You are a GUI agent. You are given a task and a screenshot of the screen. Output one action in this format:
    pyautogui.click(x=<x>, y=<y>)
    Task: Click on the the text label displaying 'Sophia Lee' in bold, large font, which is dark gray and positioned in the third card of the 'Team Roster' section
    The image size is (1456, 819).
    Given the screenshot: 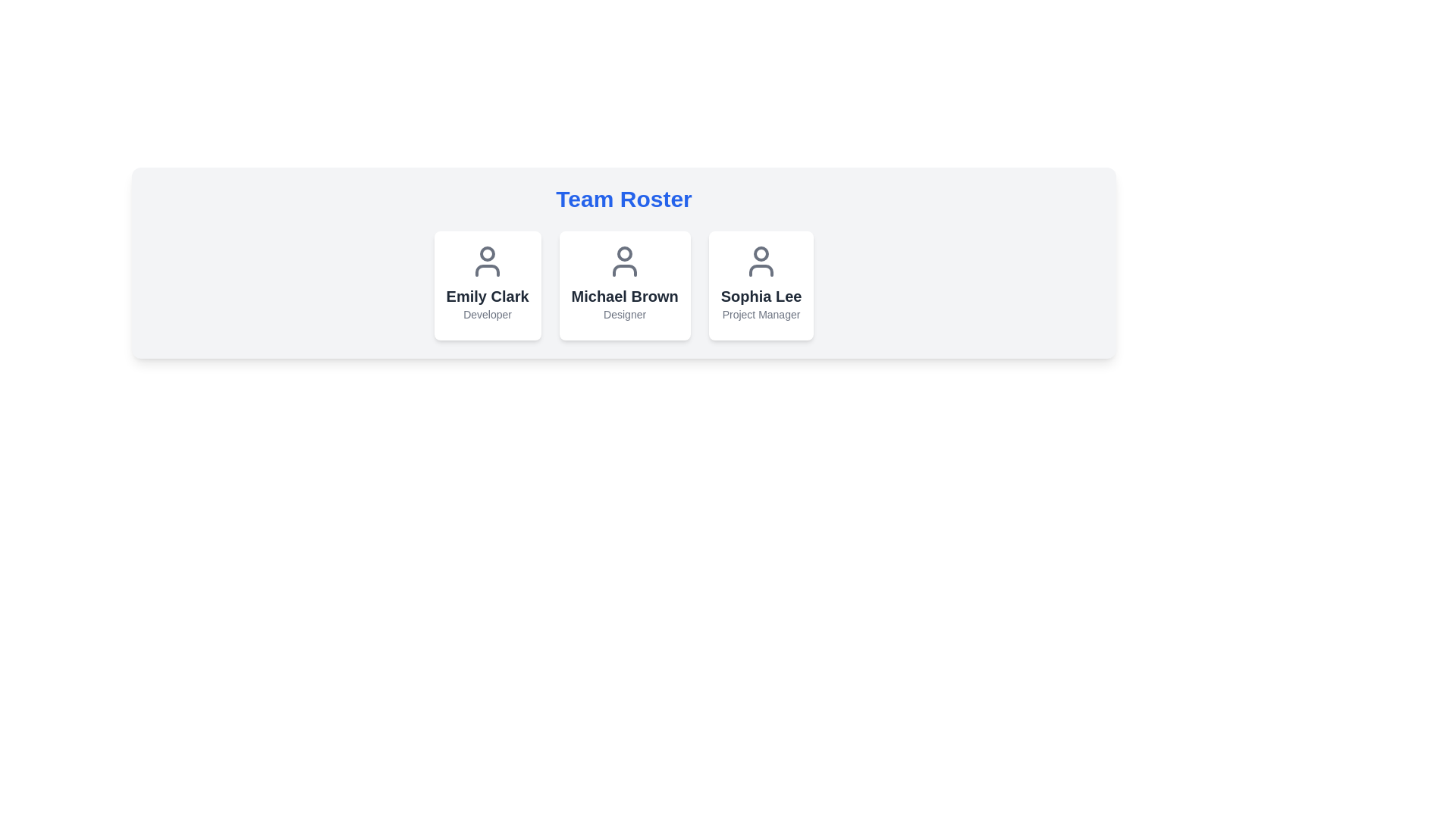 What is the action you would take?
    pyautogui.click(x=761, y=296)
    